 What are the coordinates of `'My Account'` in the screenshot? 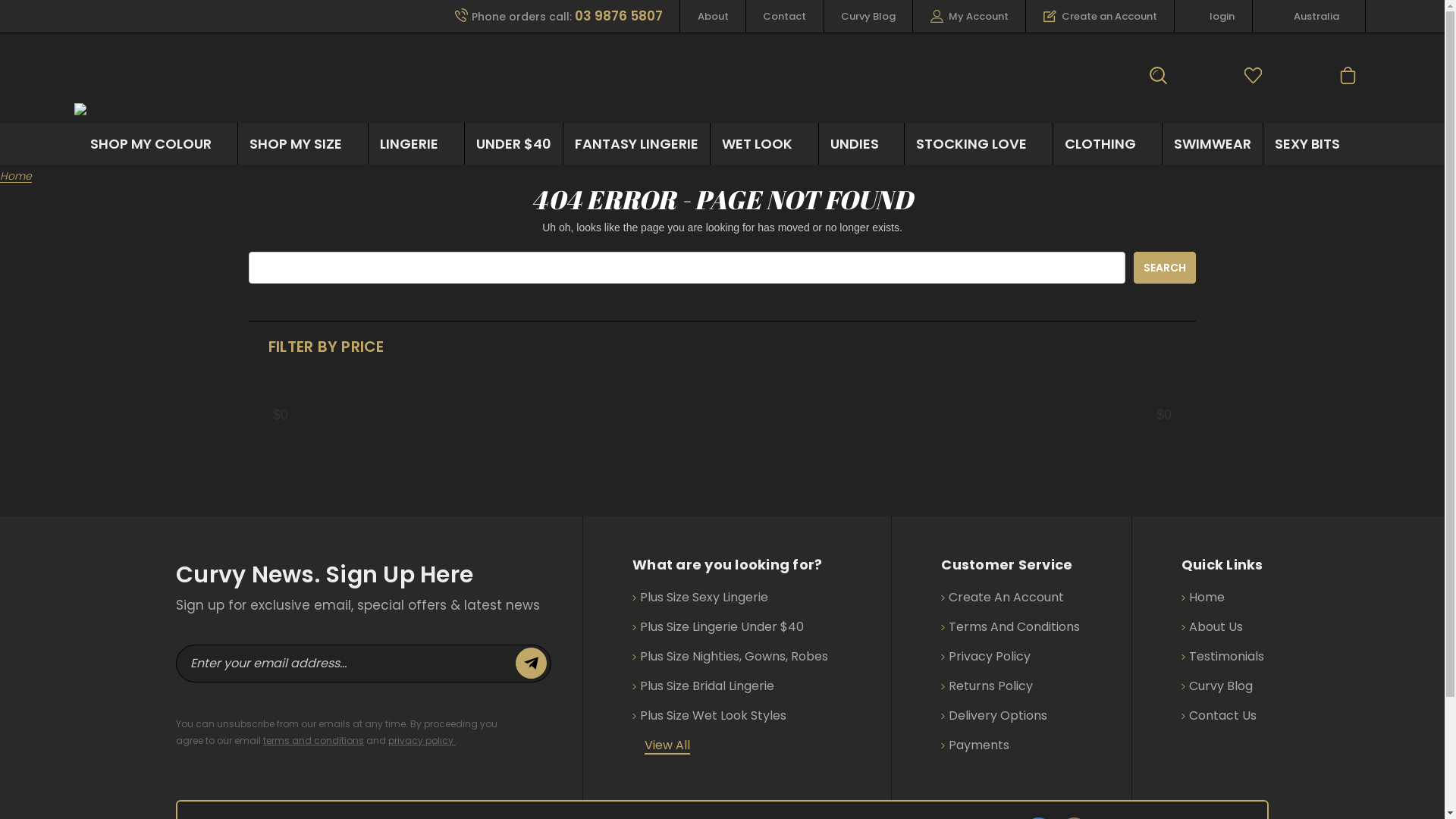 It's located at (968, 16).